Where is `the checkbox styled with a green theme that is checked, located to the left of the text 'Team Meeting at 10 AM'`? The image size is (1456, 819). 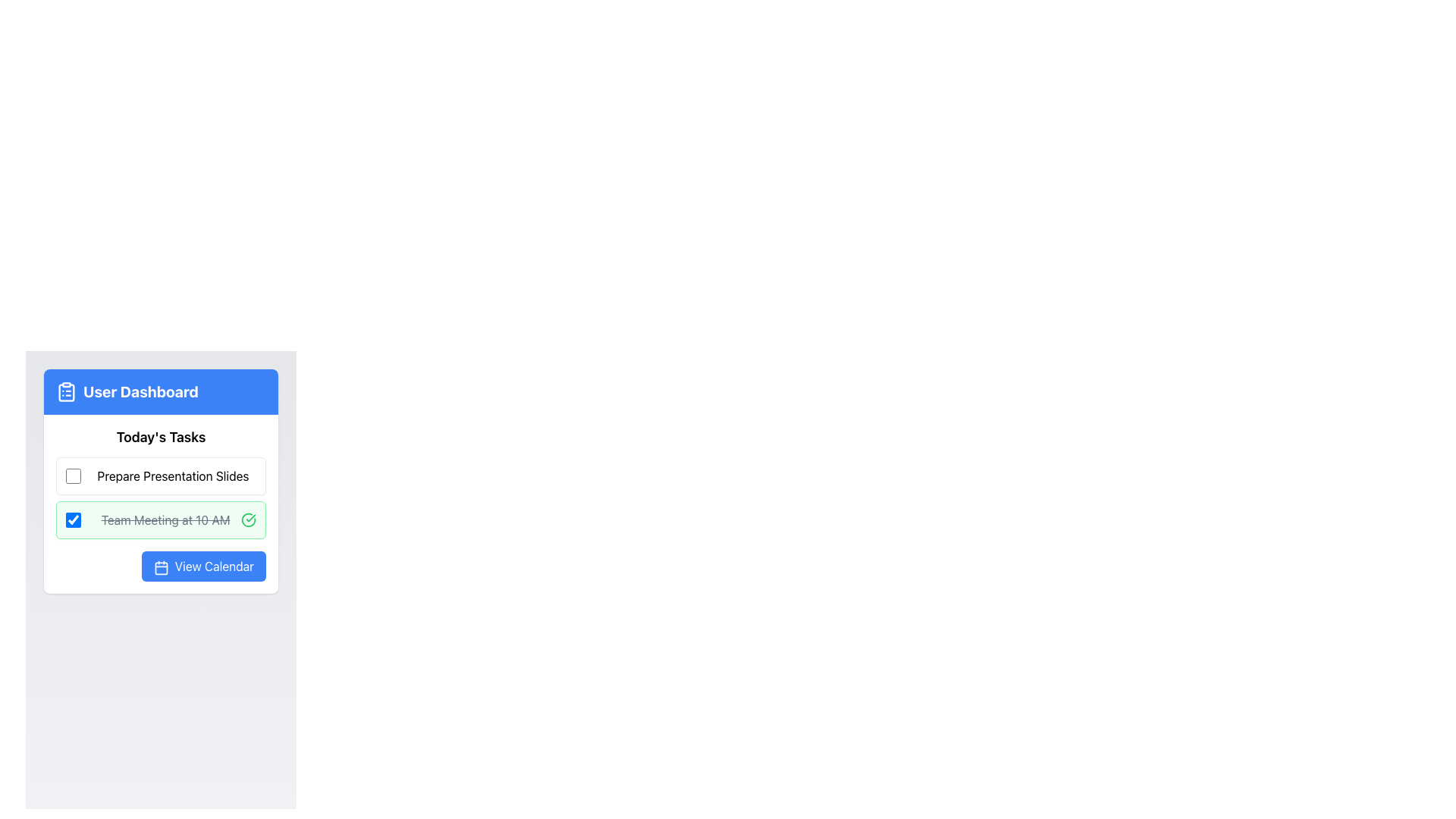
the checkbox styled with a green theme that is checked, located to the left of the text 'Team Meeting at 10 AM' is located at coordinates (72, 519).